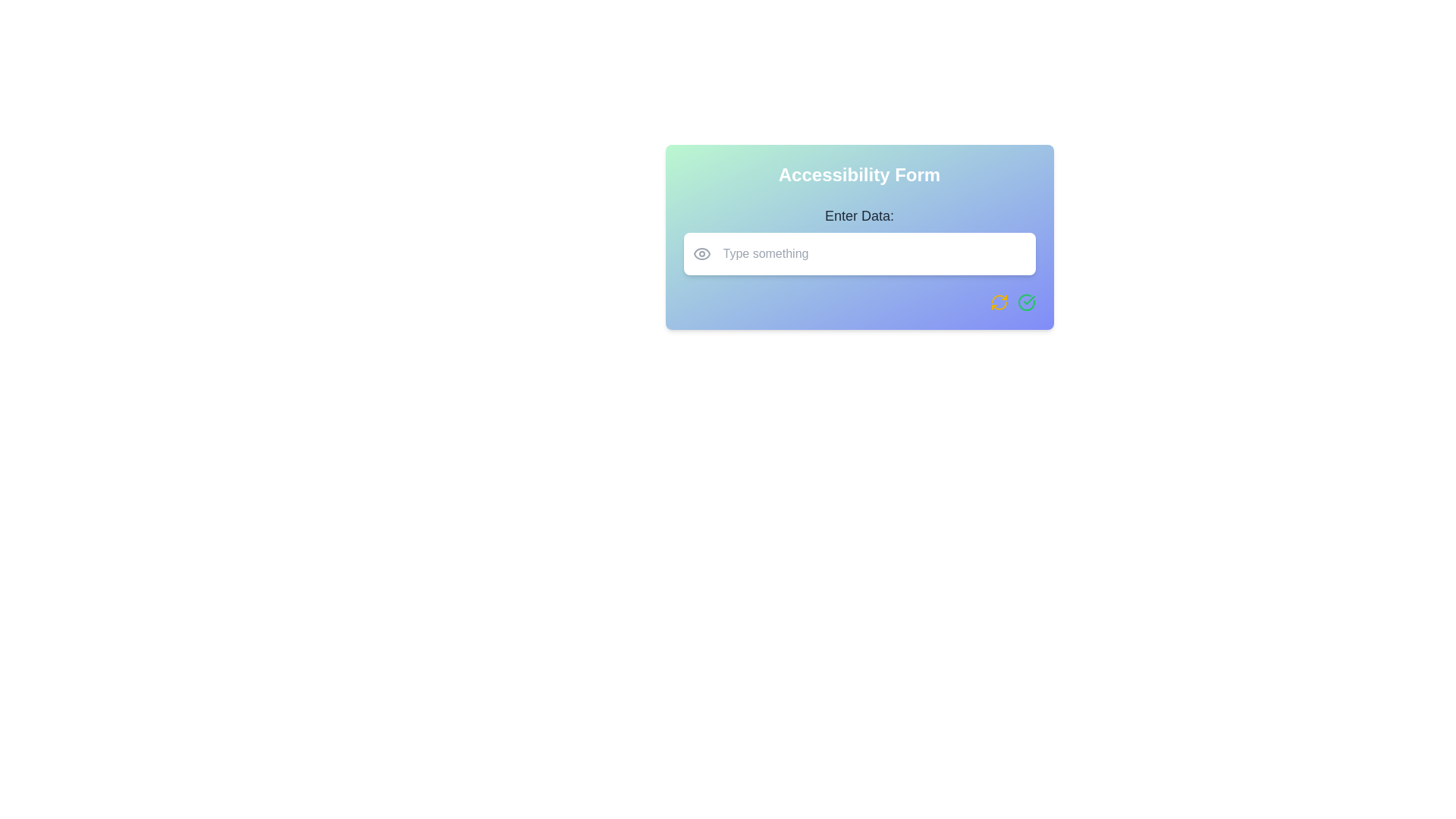 This screenshot has height=819, width=1456. What do you see at coordinates (859, 239) in the screenshot?
I see `the white text input field with placeholder text 'Type something' located below the bold text 'Enter Data:' in the card-style component titled 'Accessibility Form' to focus on it` at bounding box center [859, 239].